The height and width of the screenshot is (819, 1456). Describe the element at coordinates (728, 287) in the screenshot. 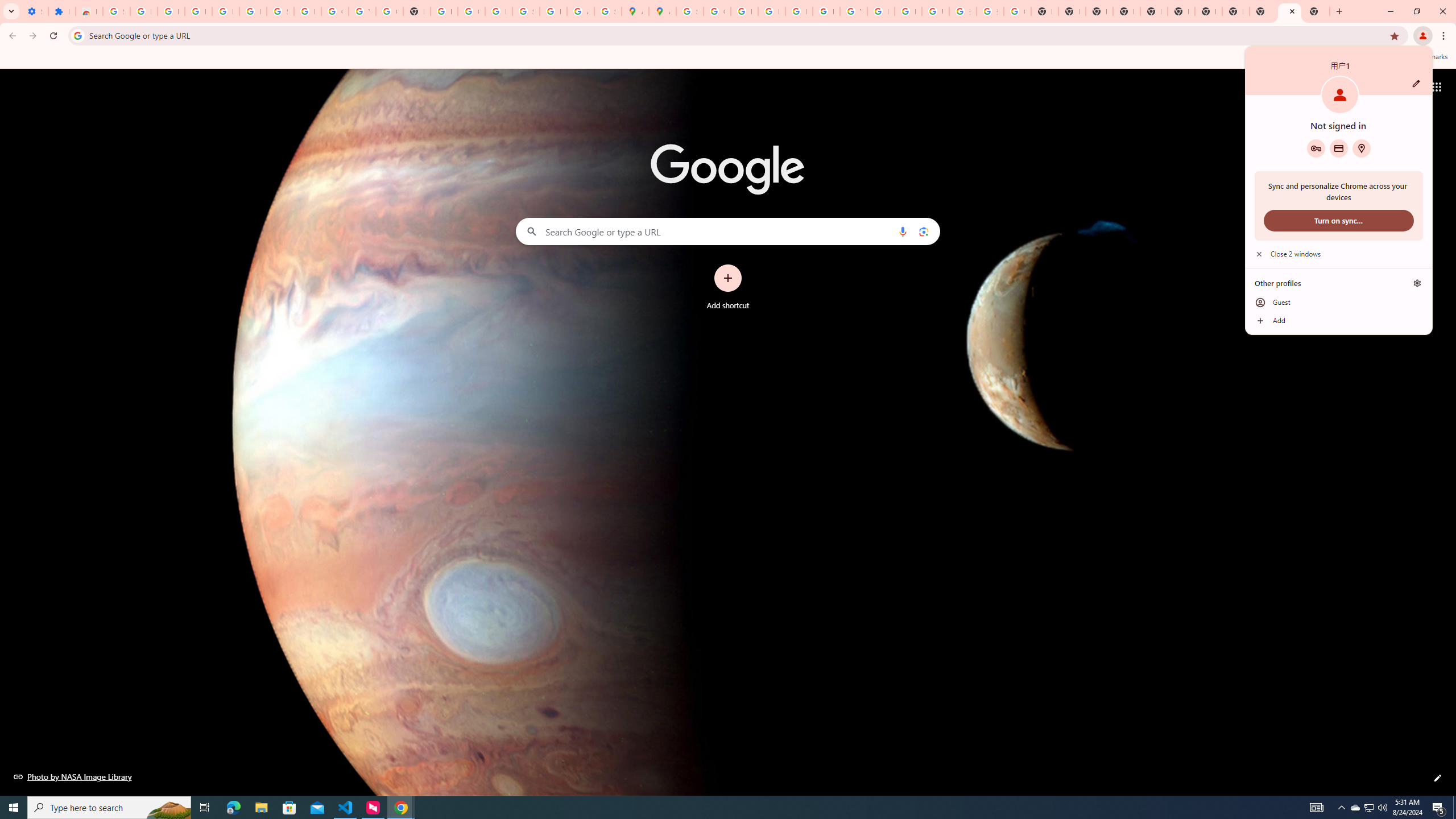

I see `'Add shortcut'` at that location.